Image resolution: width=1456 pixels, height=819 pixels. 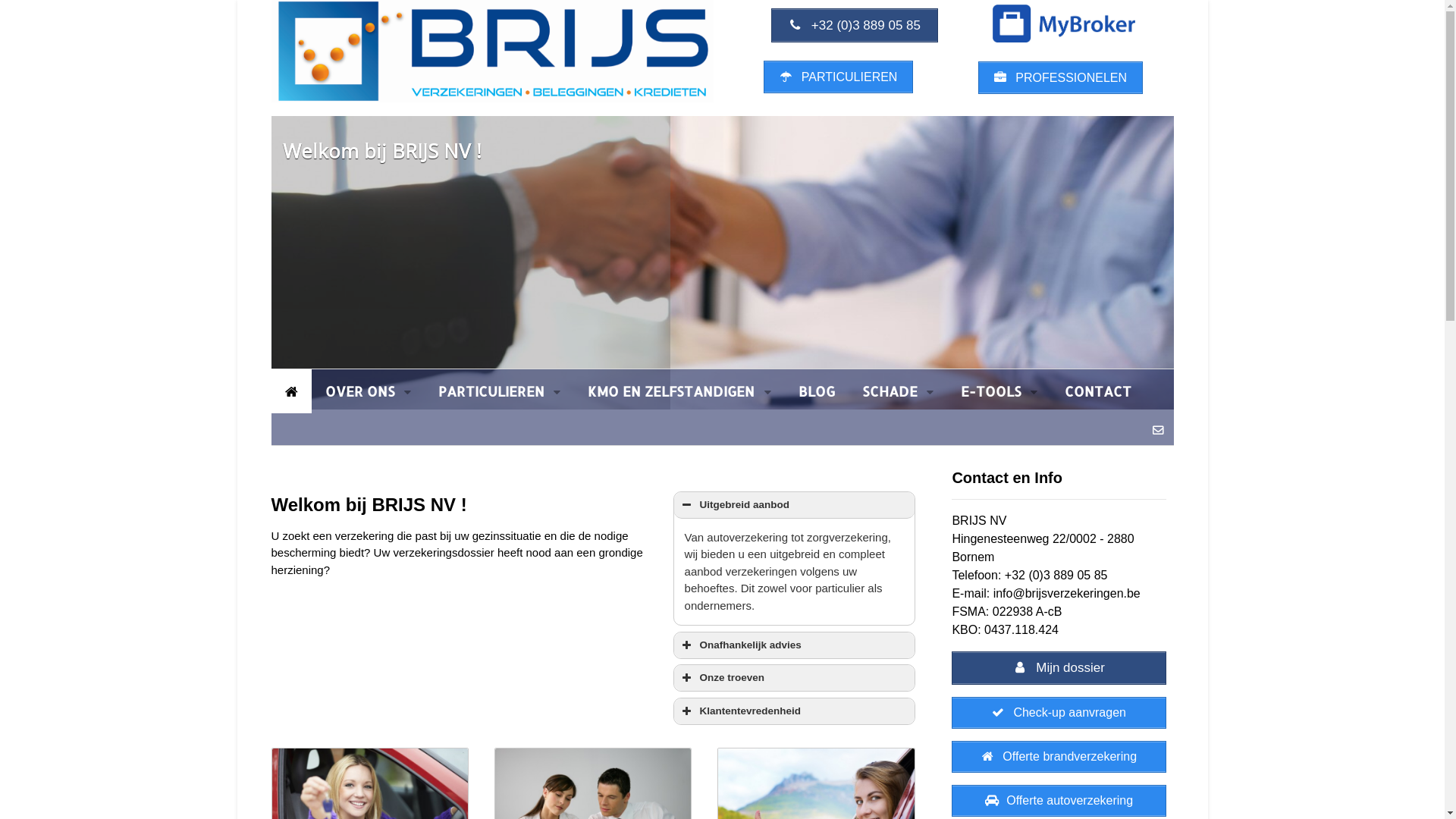 I want to click on 'PARTICULIEREN', so click(x=499, y=391).